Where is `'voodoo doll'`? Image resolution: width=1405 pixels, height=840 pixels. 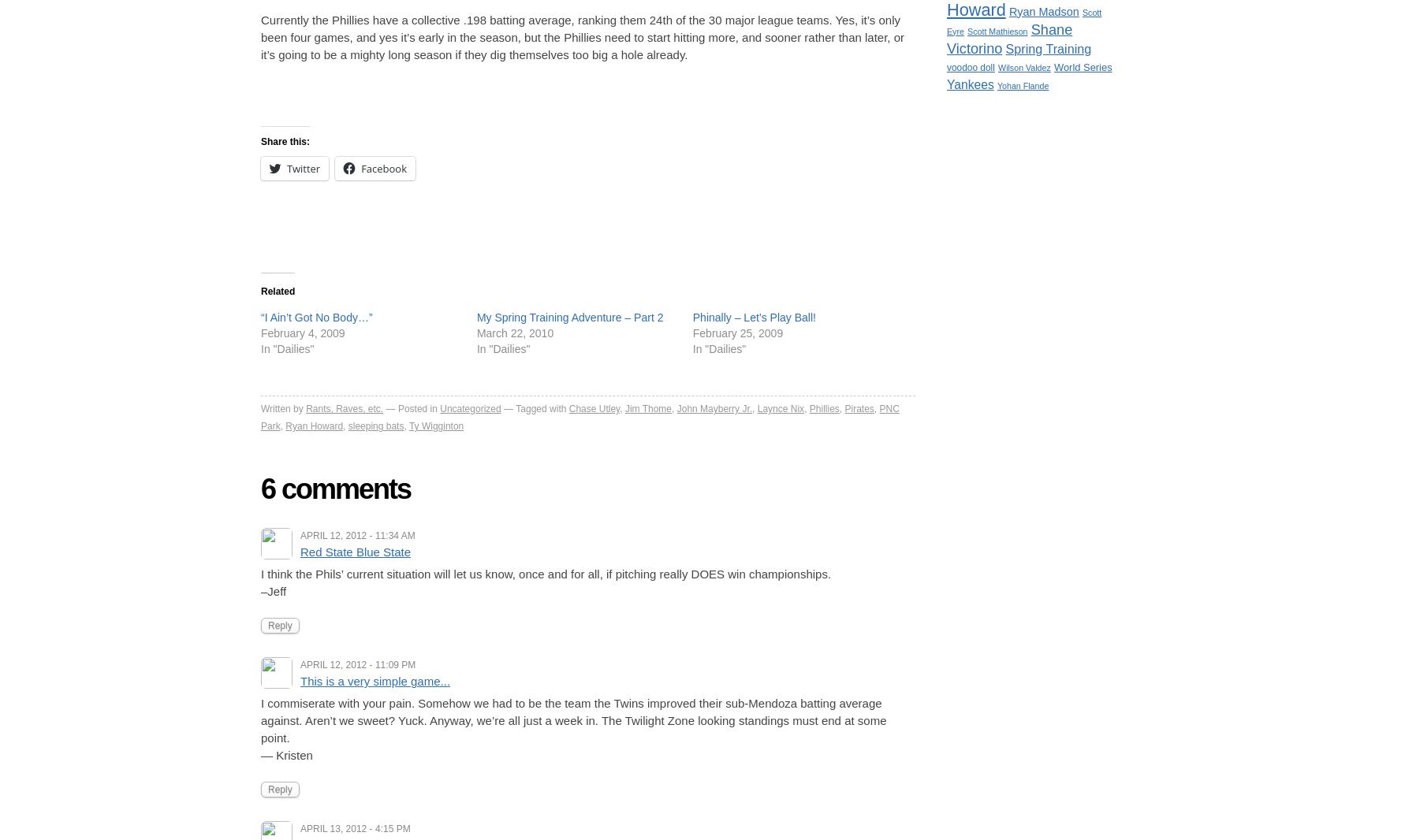 'voodoo doll' is located at coordinates (946, 65).